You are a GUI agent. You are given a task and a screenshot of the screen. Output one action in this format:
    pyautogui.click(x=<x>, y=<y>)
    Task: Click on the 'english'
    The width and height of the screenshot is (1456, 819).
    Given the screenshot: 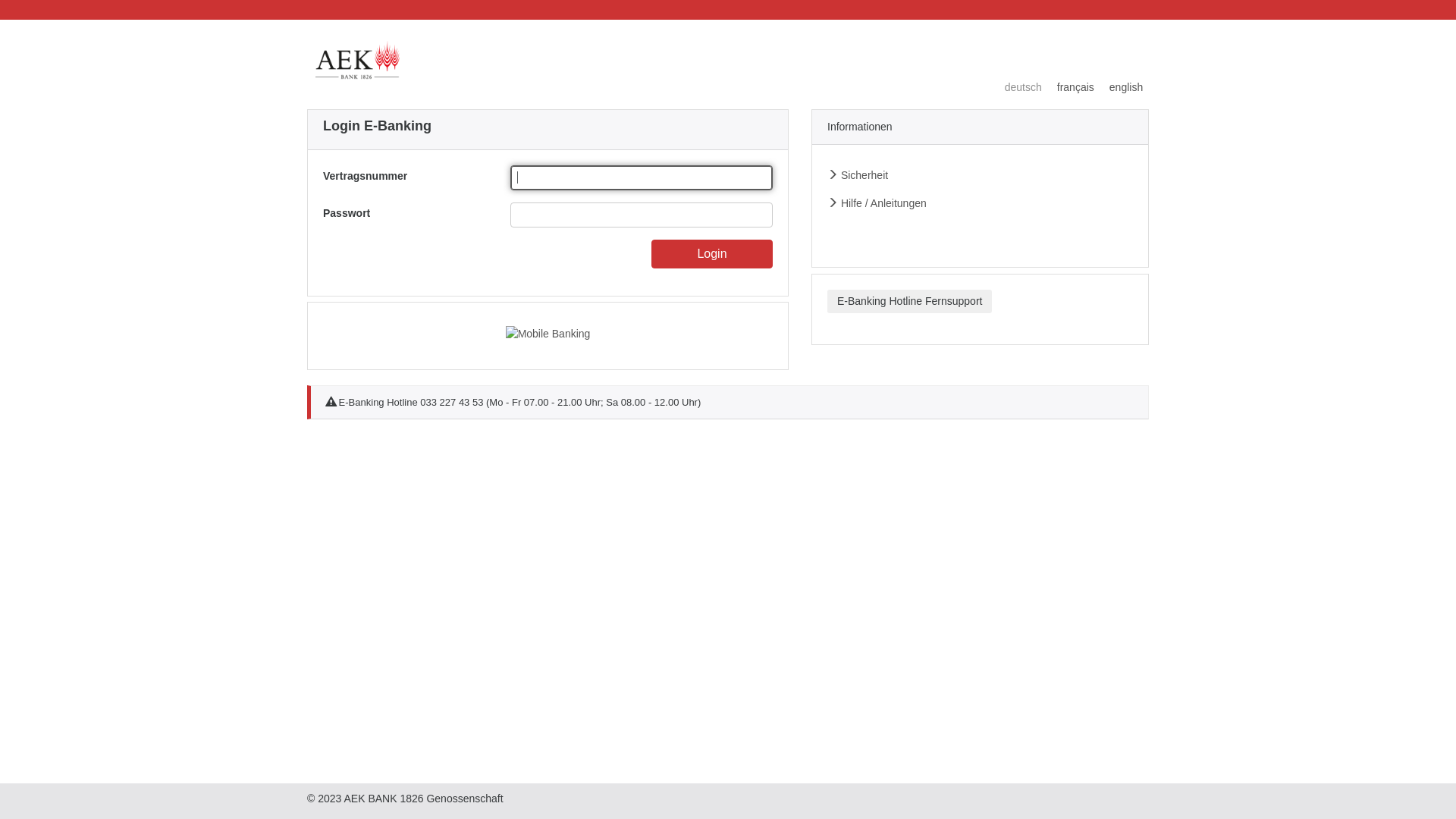 What is the action you would take?
    pyautogui.click(x=1118, y=87)
    